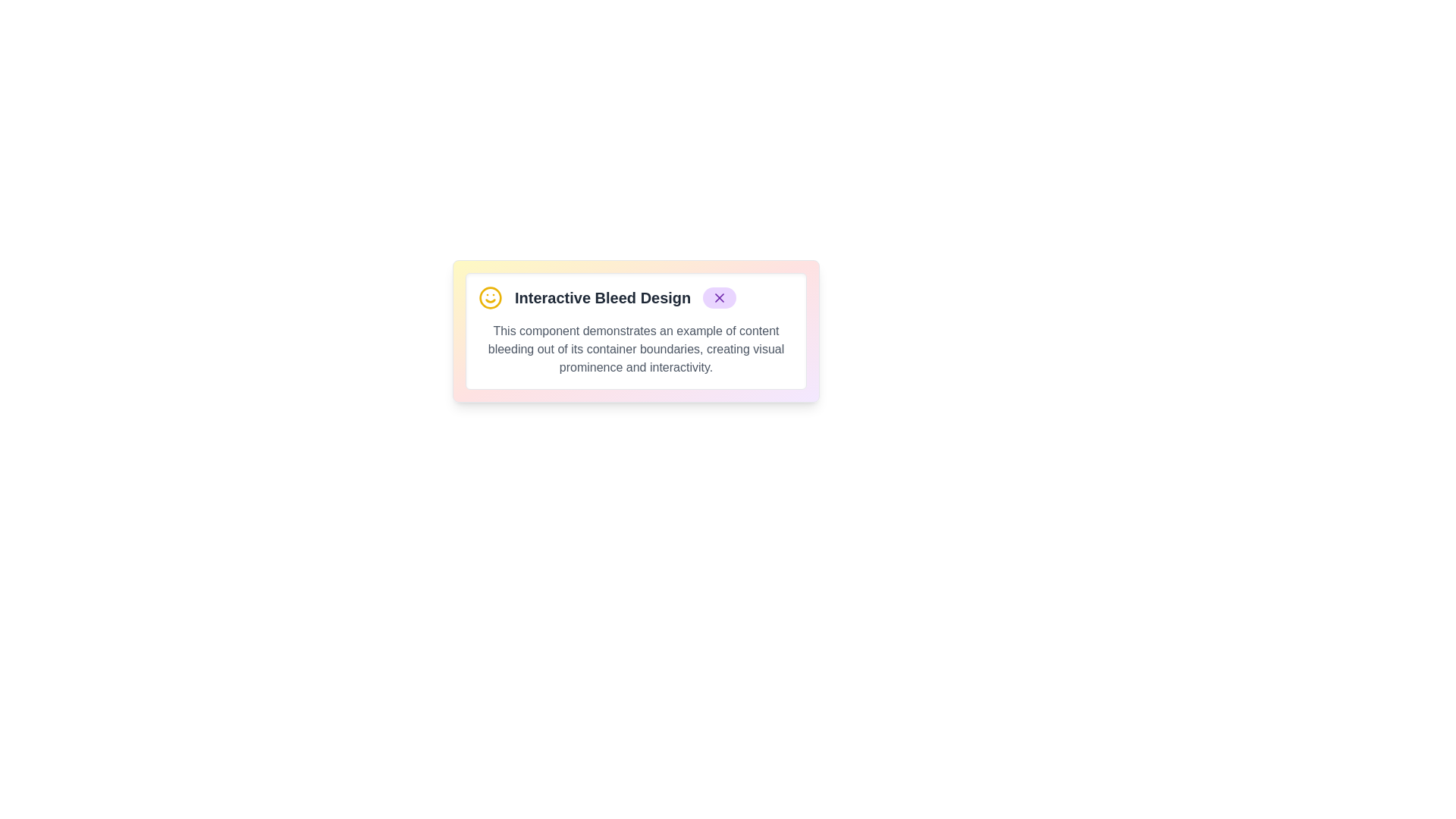 The height and width of the screenshot is (819, 1456). I want to click on the diagonal cross icon button, which is purple and shaped like an 'X', so click(719, 298).